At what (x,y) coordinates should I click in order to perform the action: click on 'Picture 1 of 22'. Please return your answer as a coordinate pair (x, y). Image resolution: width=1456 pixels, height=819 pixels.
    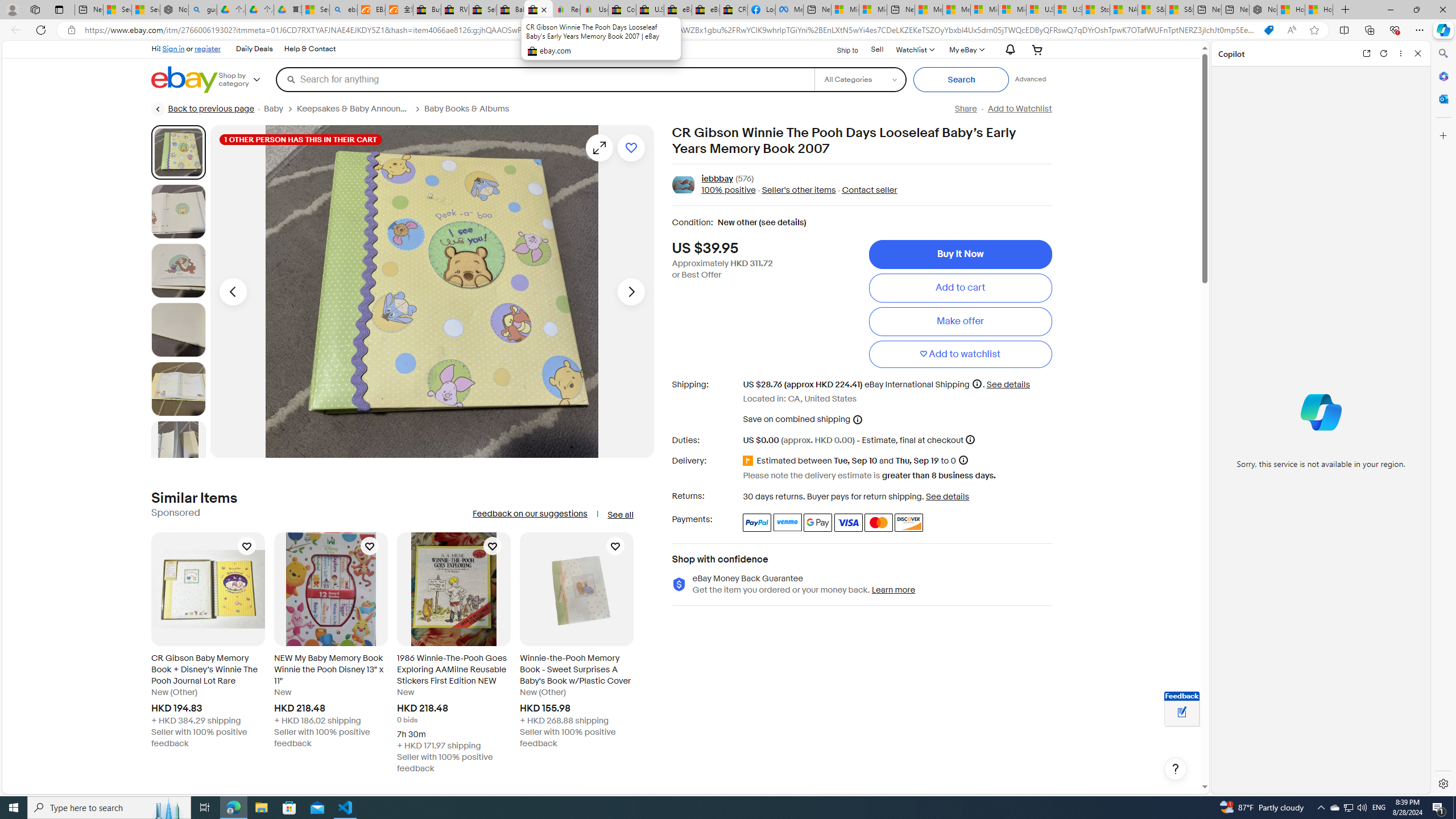
    Looking at the image, I should click on (178, 152).